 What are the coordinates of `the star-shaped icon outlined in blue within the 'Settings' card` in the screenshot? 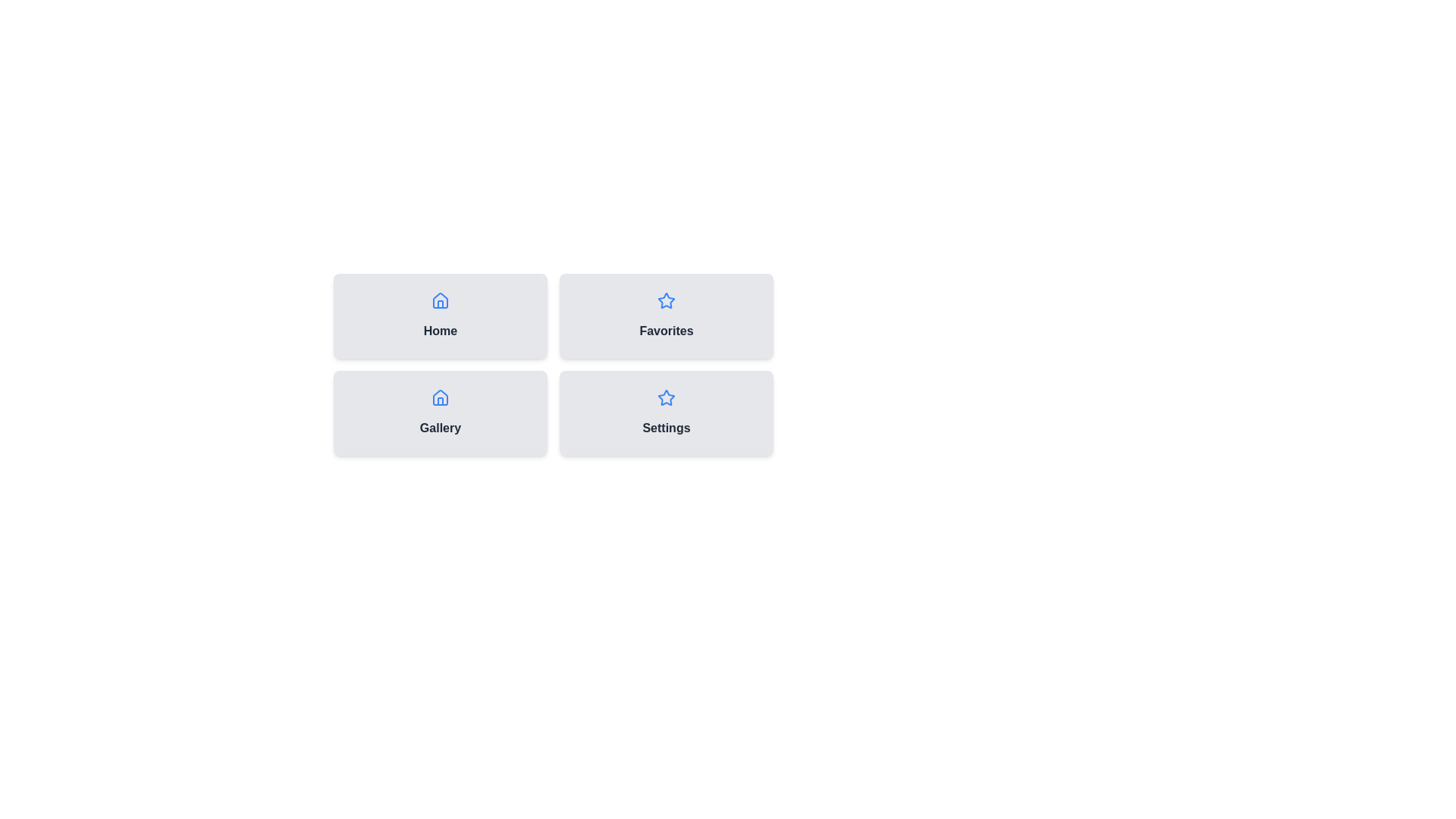 It's located at (666, 300).